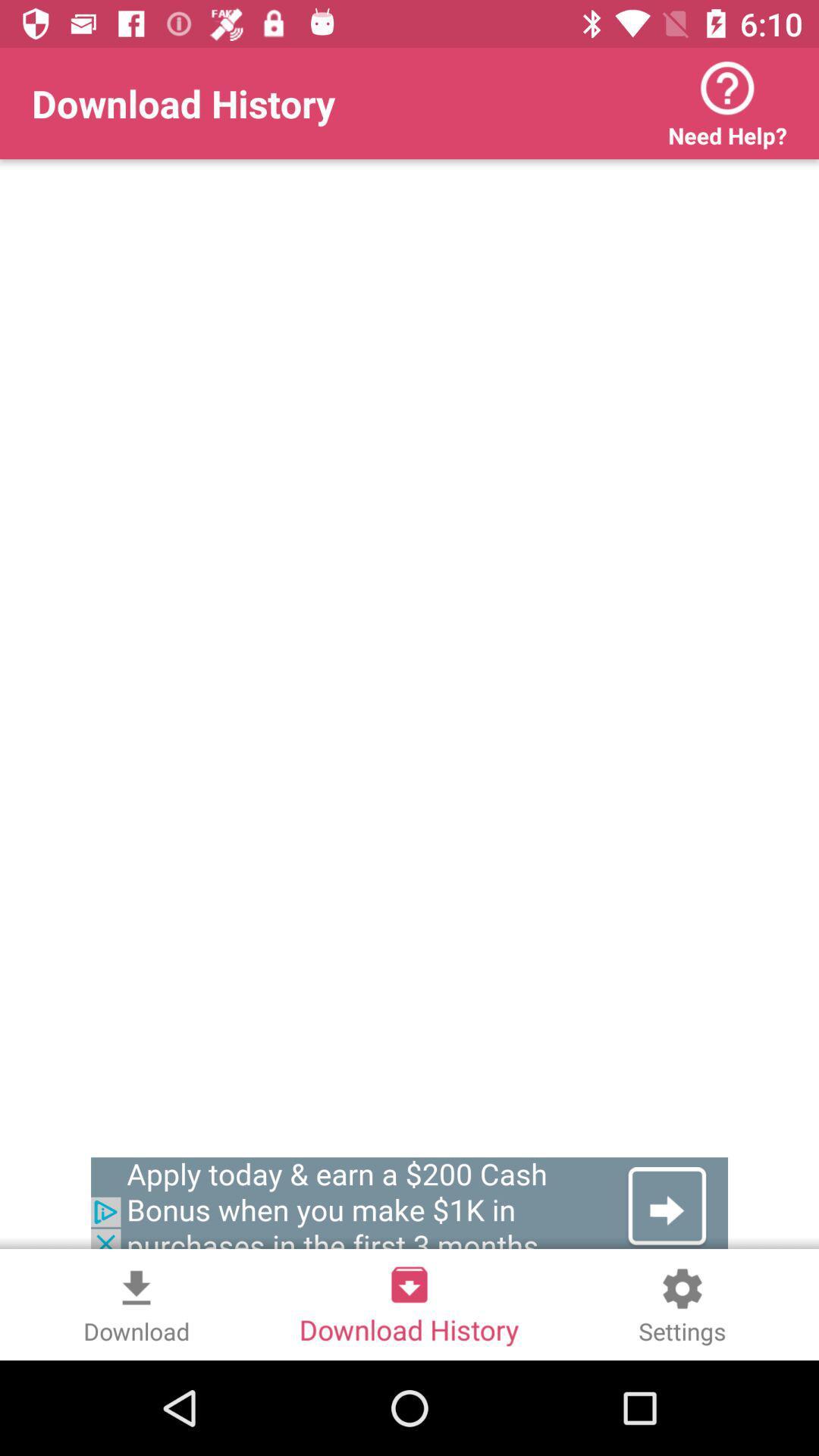 The height and width of the screenshot is (1456, 819). Describe the element at coordinates (409, 1206) in the screenshot. I see `advertisement` at that location.